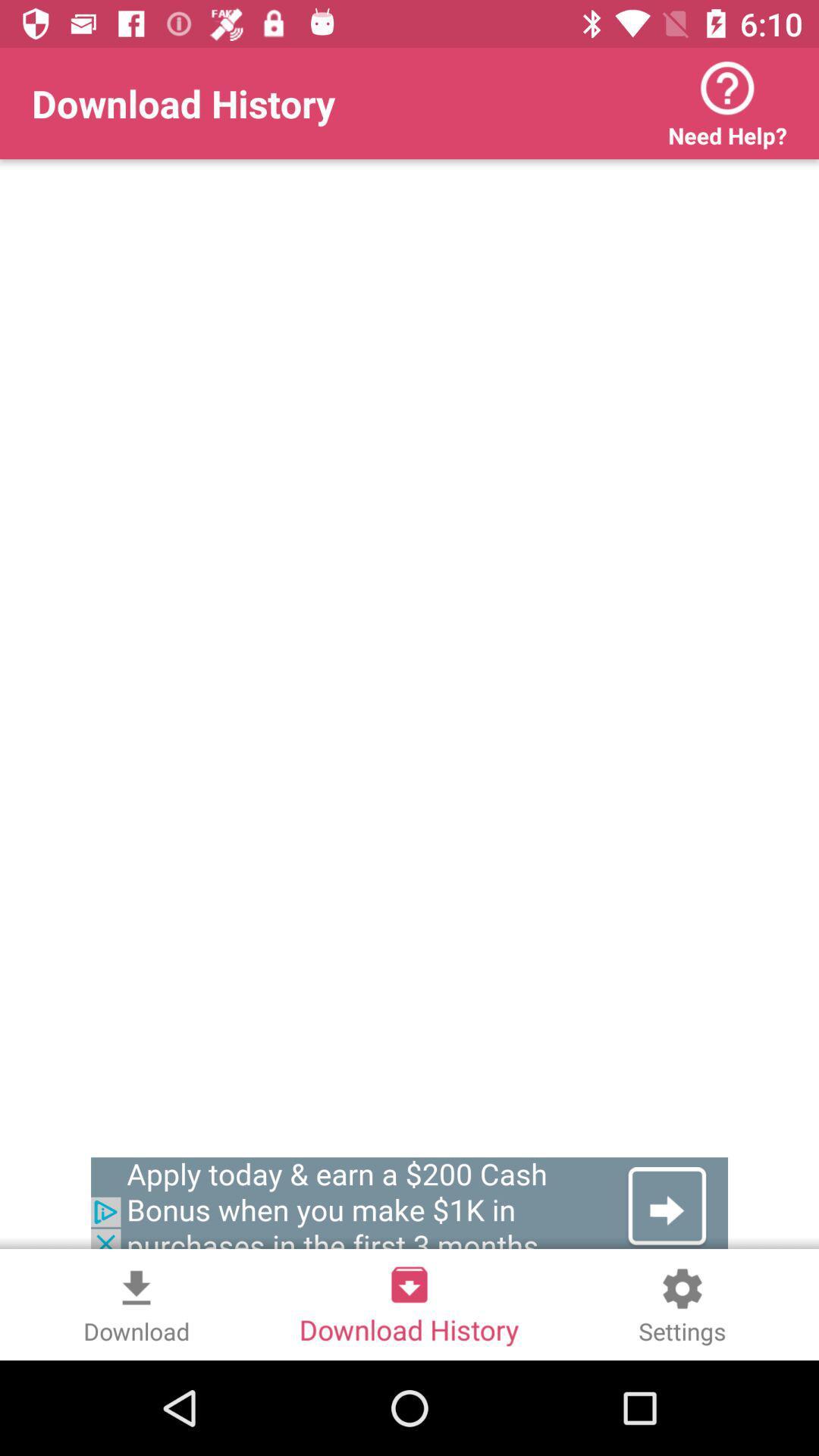 The height and width of the screenshot is (1456, 819). Describe the element at coordinates (409, 1206) in the screenshot. I see `advertisement` at that location.